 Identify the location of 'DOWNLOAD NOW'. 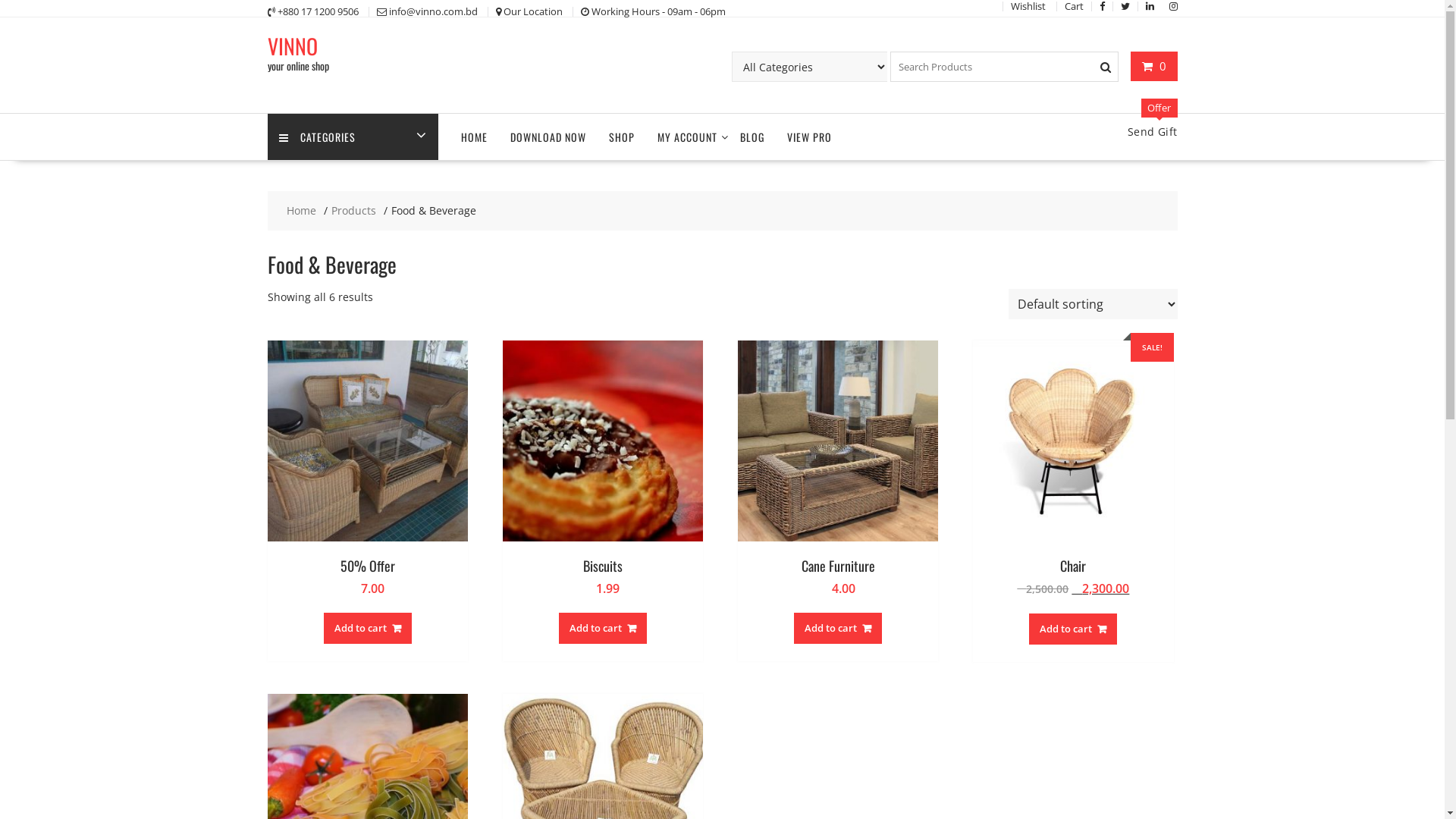
(548, 136).